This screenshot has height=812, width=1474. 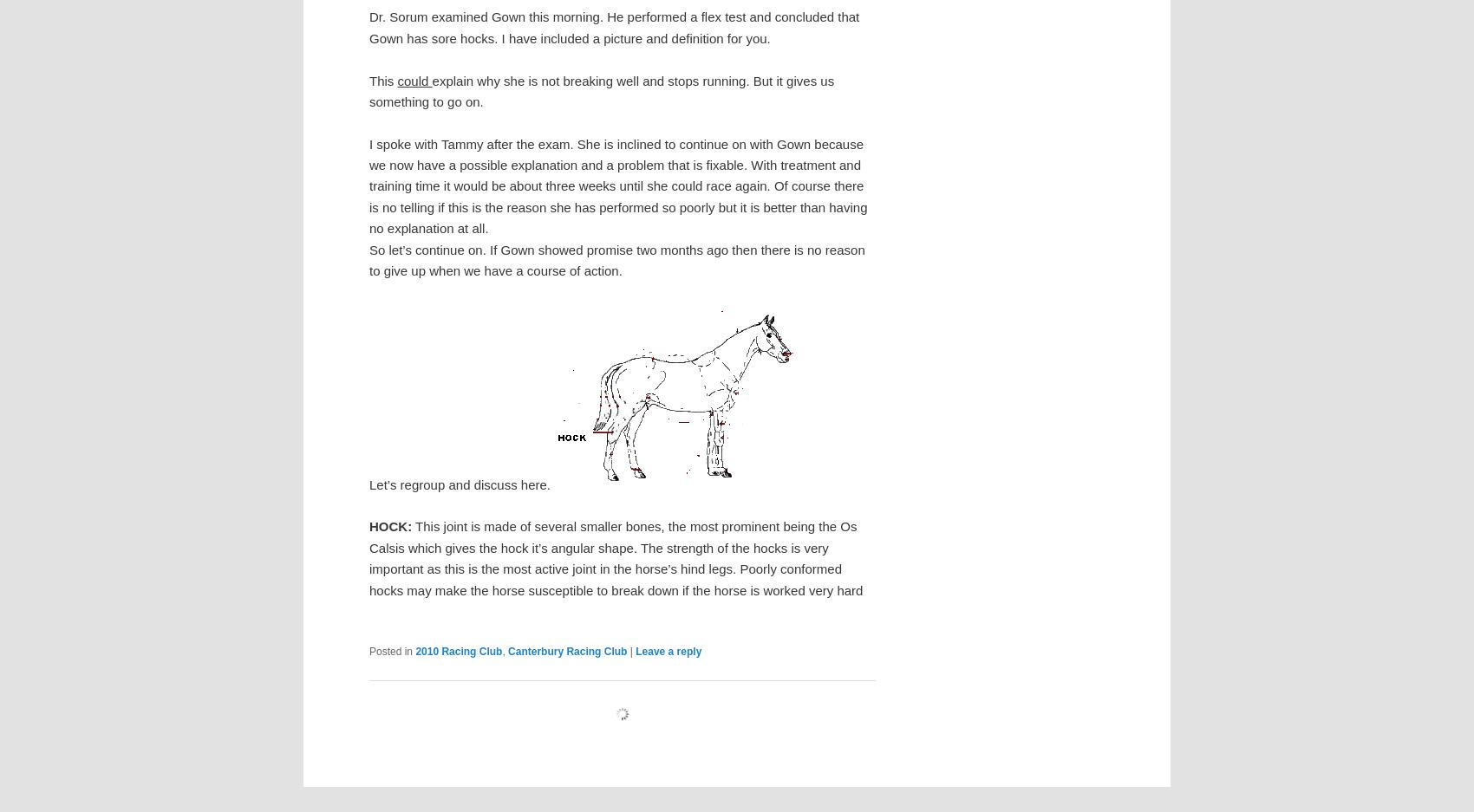 What do you see at coordinates (383, 79) in the screenshot?
I see `'This'` at bounding box center [383, 79].